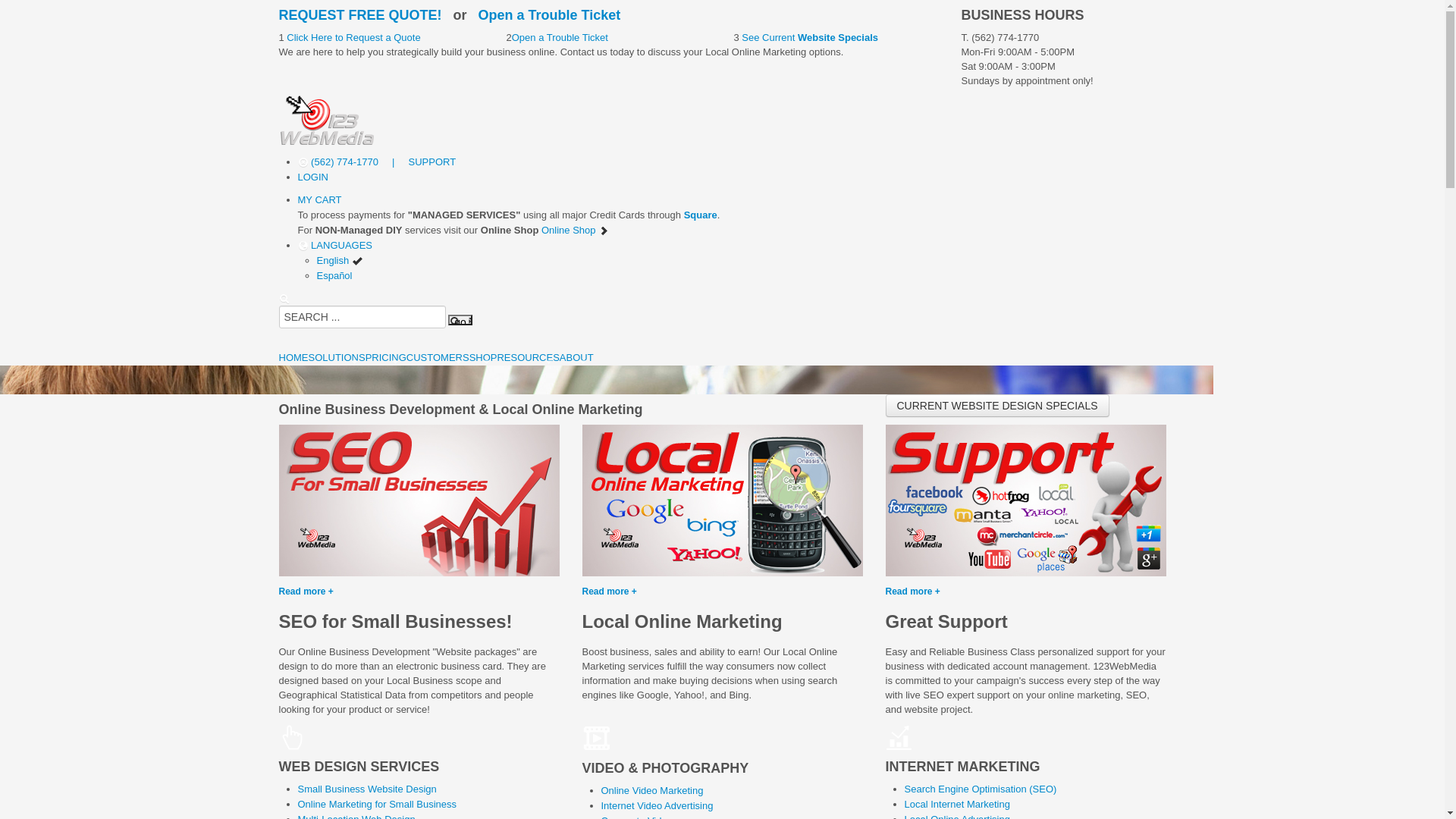  Describe the element at coordinates (352, 36) in the screenshot. I see `'Click Here to Request a Quote'` at that location.